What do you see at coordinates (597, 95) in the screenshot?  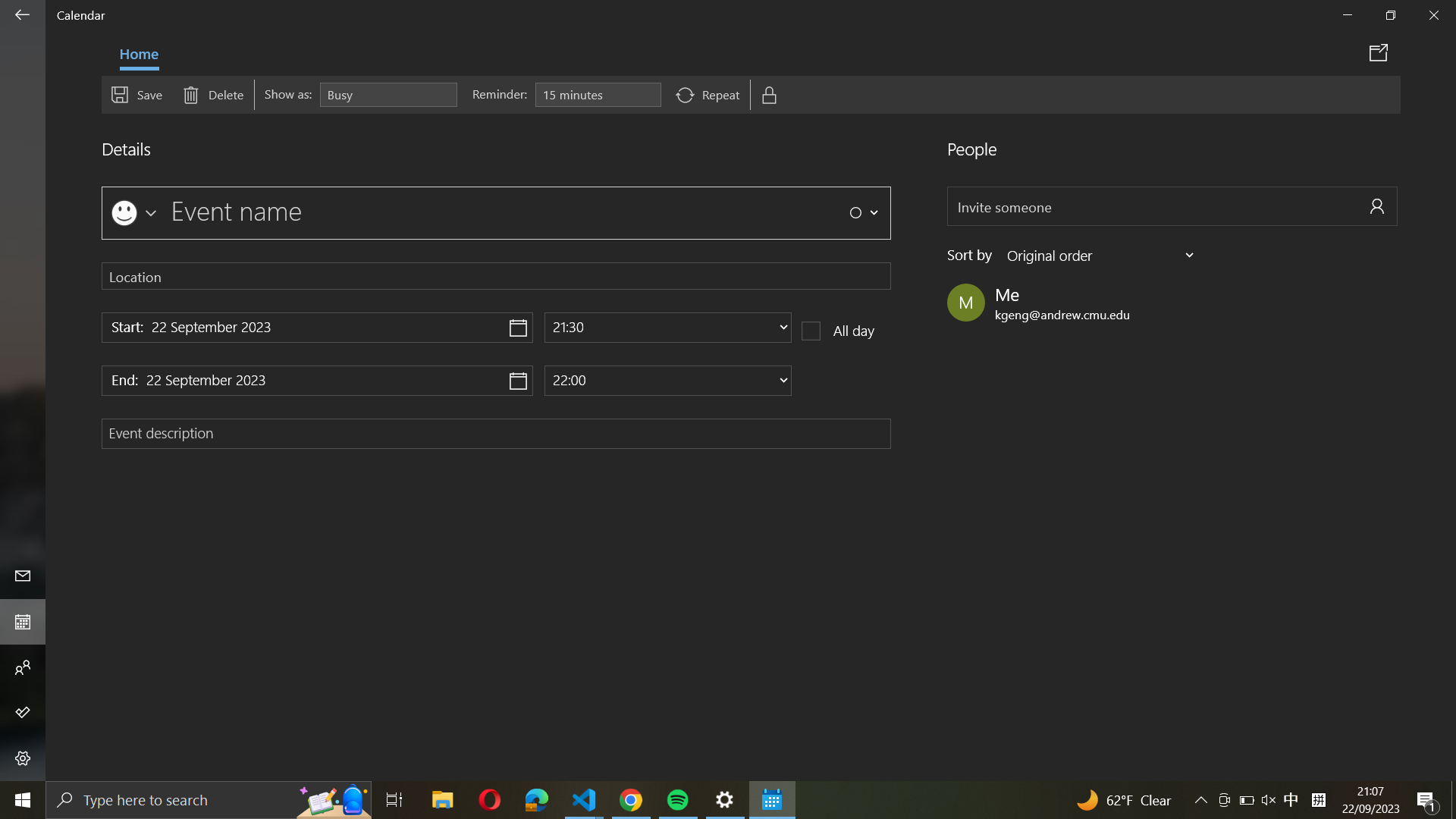 I see `Create an alert for the upcoming event` at bounding box center [597, 95].